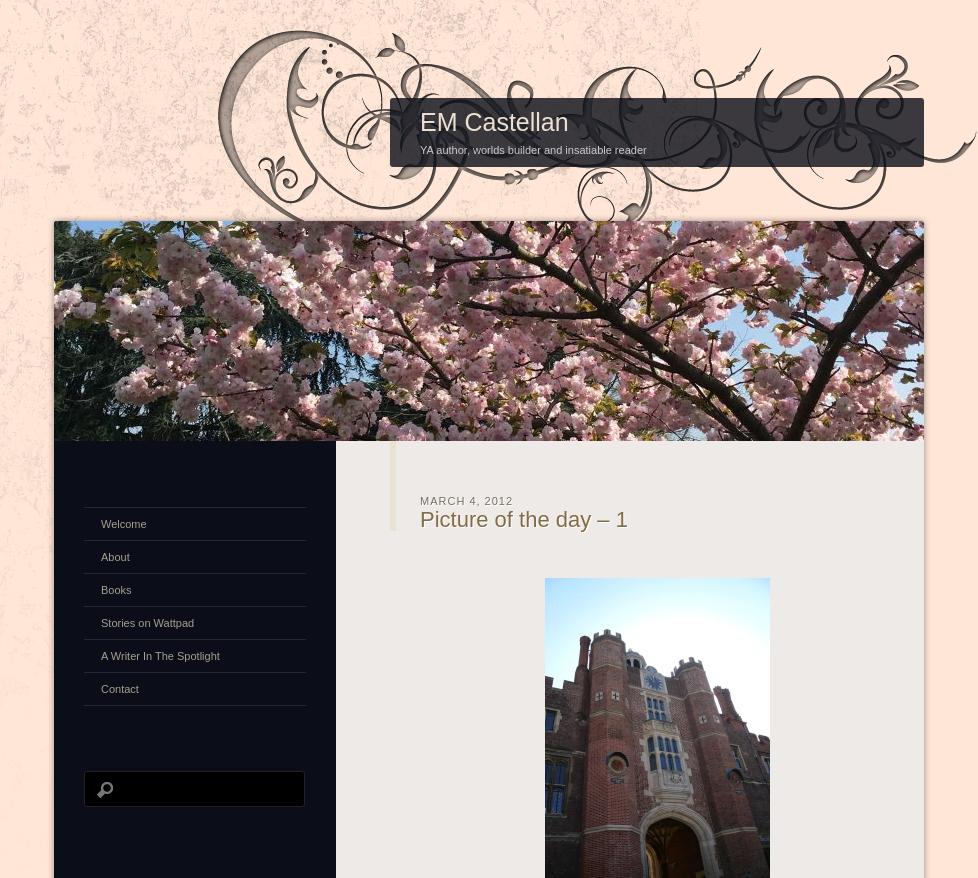  Describe the element at coordinates (533, 148) in the screenshot. I see `'YA author, worlds builder and insatiable reader'` at that location.